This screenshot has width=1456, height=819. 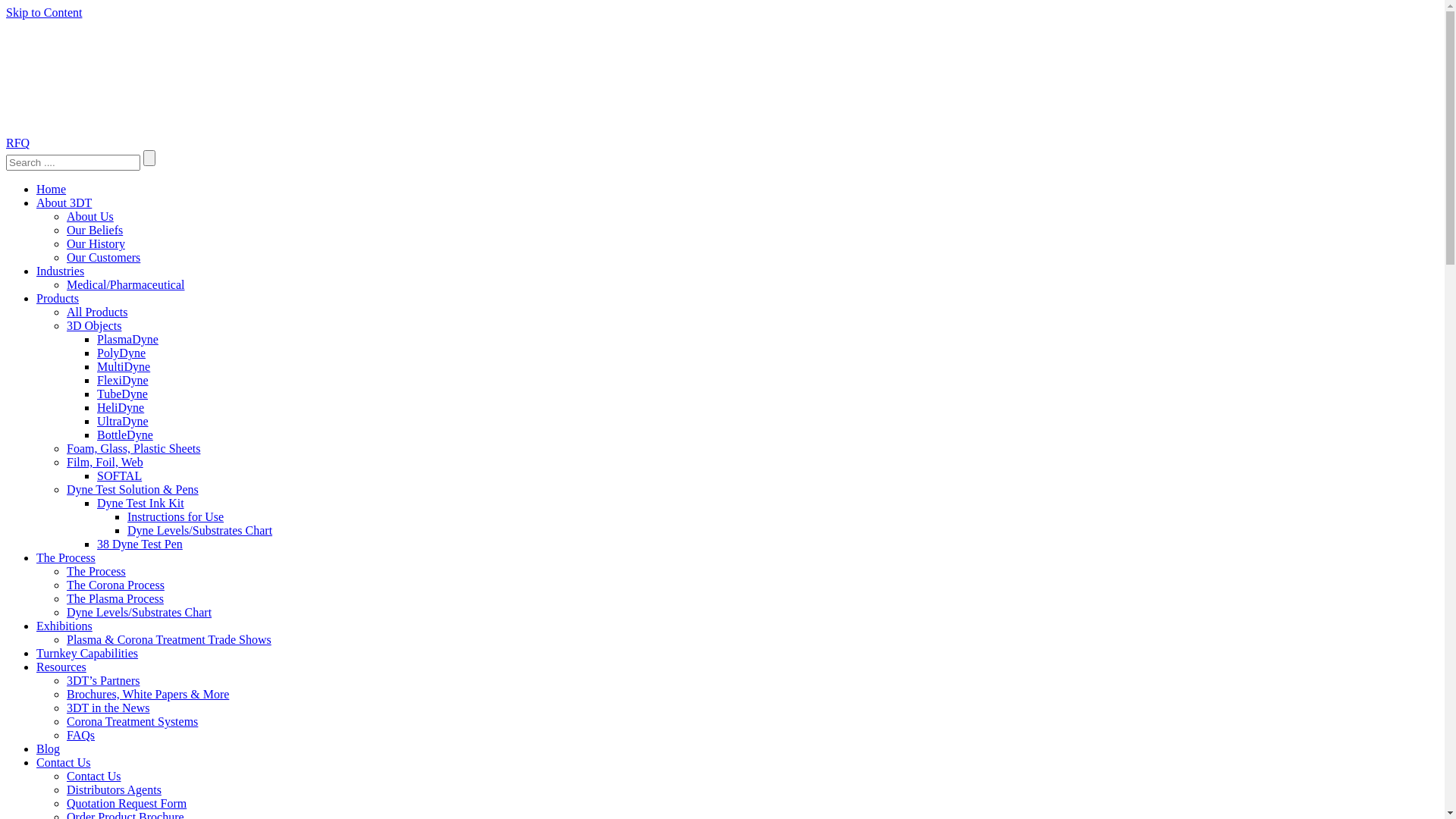 What do you see at coordinates (140, 543) in the screenshot?
I see `'38 Dyne Test Pen'` at bounding box center [140, 543].